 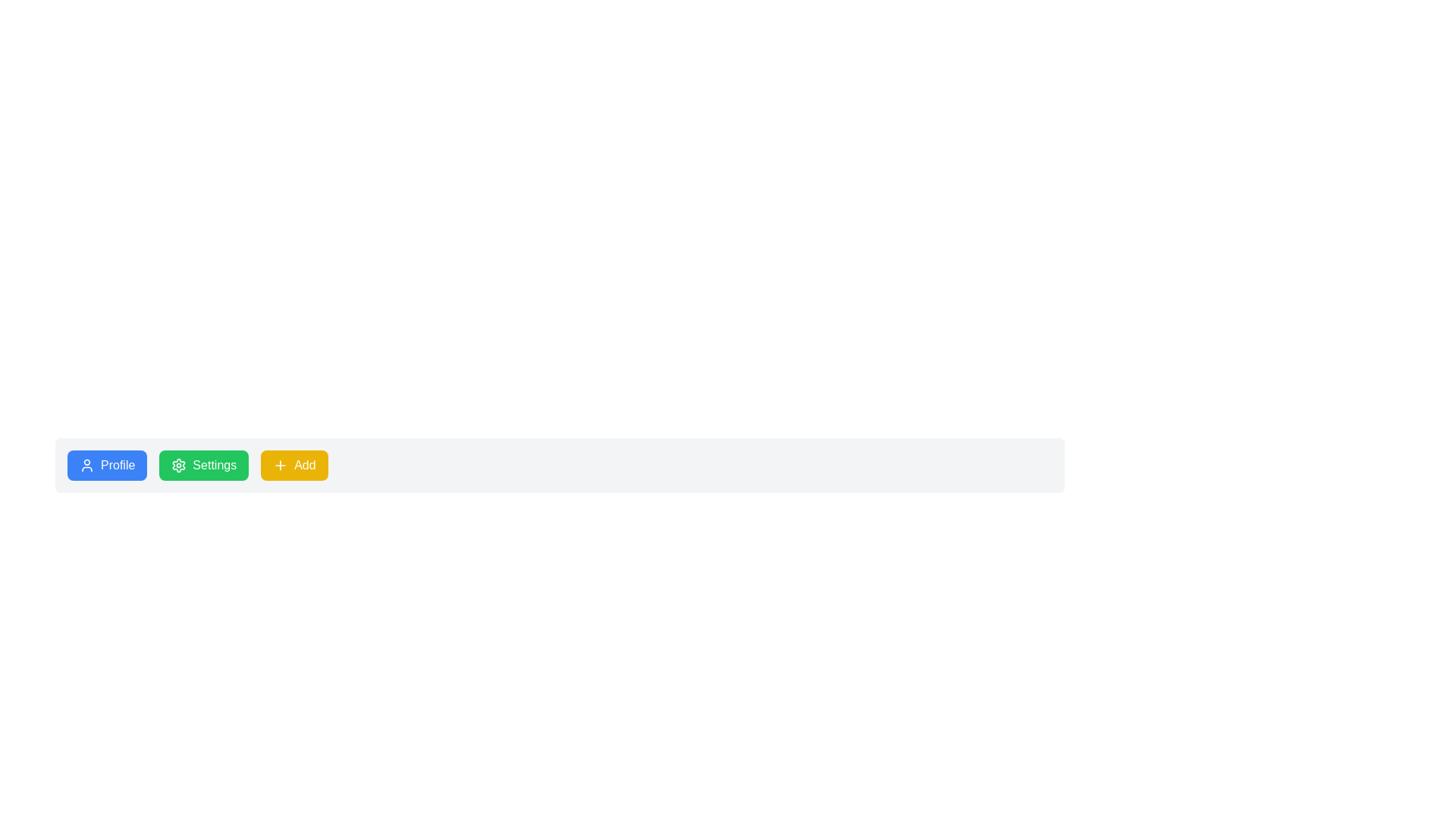 What do you see at coordinates (179, 464) in the screenshot?
I see `gear-shaped icon within the green 'Settings' button to gather details` at bounding box center [179, 464].